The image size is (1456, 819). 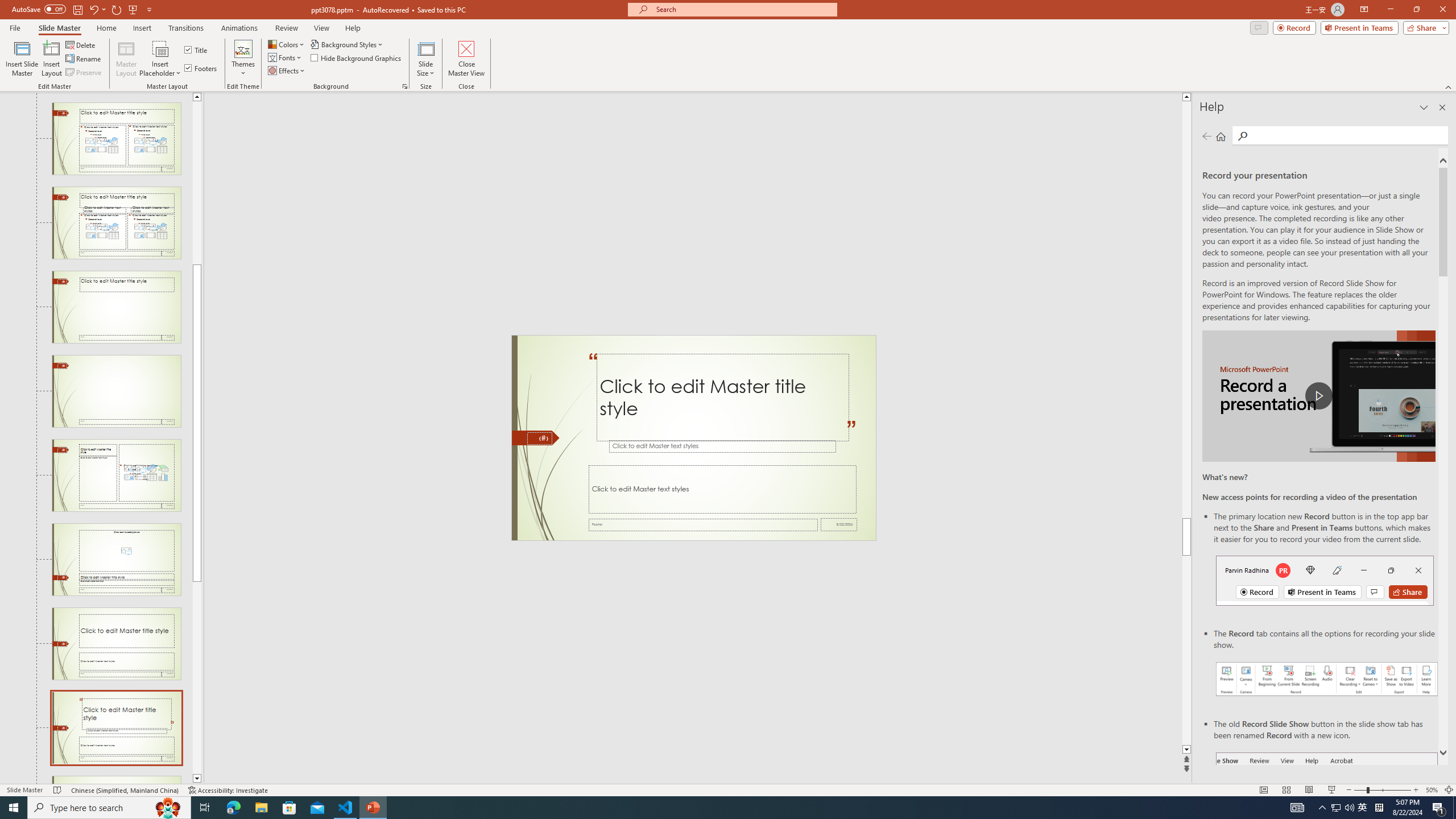 I want to click on 'Line up', so click(x=197, y=96).